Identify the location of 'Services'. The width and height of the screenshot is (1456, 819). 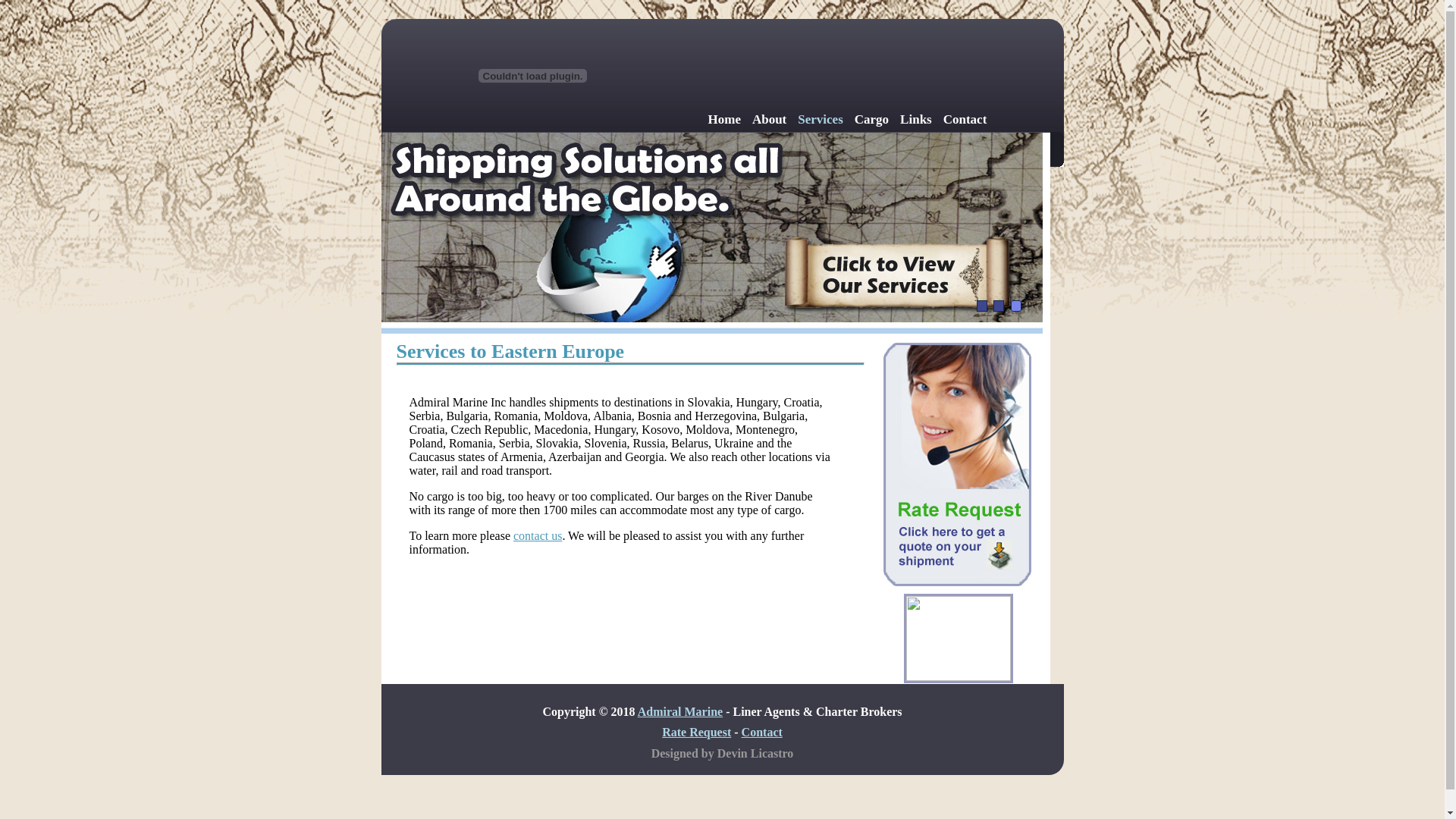
(819, 118).